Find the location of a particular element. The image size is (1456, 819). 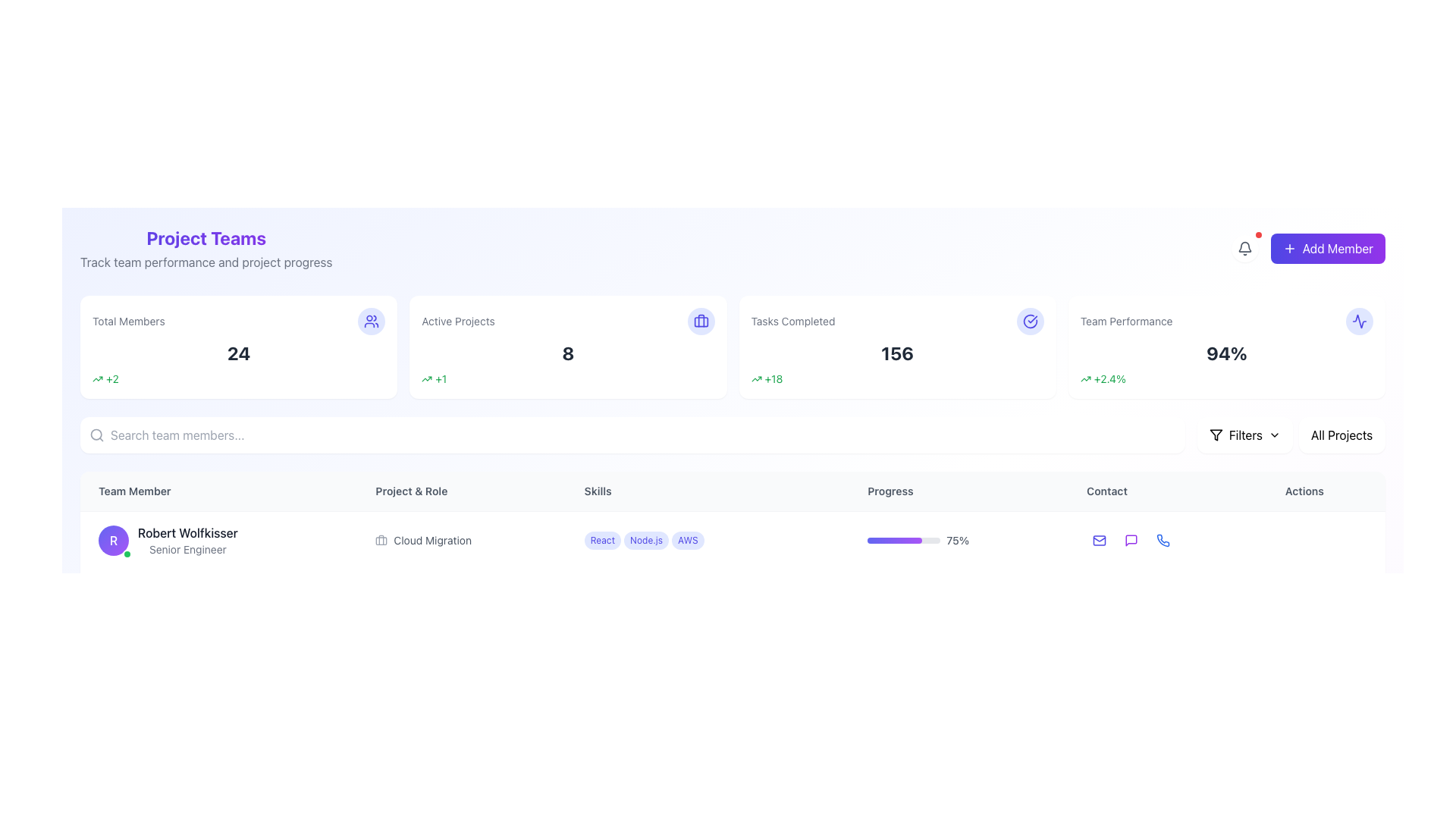

the associated icon of the 'Cloud Migration' label, which is styled with a briefcase icon and is located under the 'Project & Role' column in the team members grid is located at coordinates (461, 539).